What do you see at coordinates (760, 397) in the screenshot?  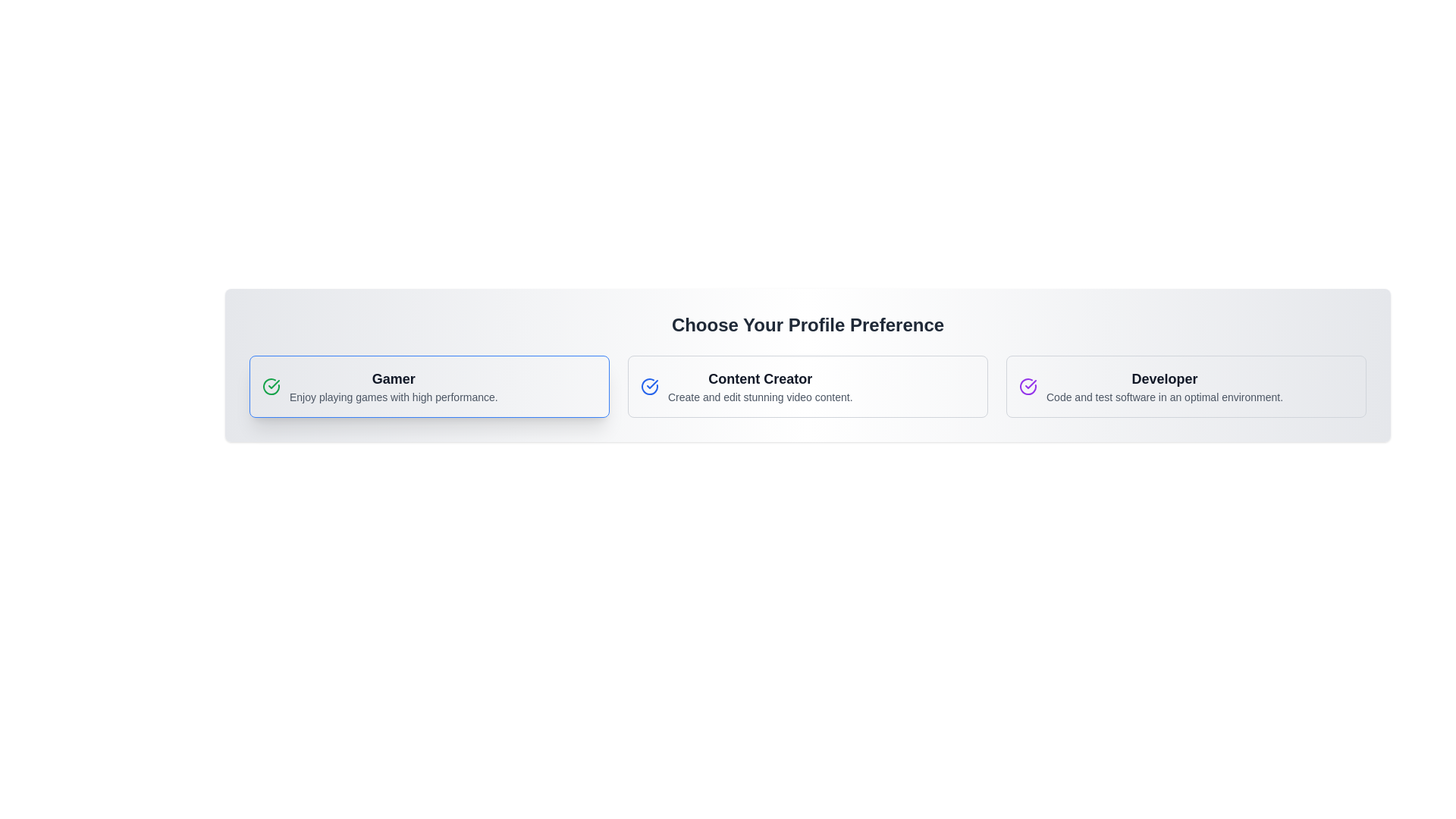 I see `the text segment that reads 'Create and edit stunning video content.' which is styled in a smaller muted gray font and located directly below the 'Content Creator' title in the middle interactive box` at bounding box center [760, 397].